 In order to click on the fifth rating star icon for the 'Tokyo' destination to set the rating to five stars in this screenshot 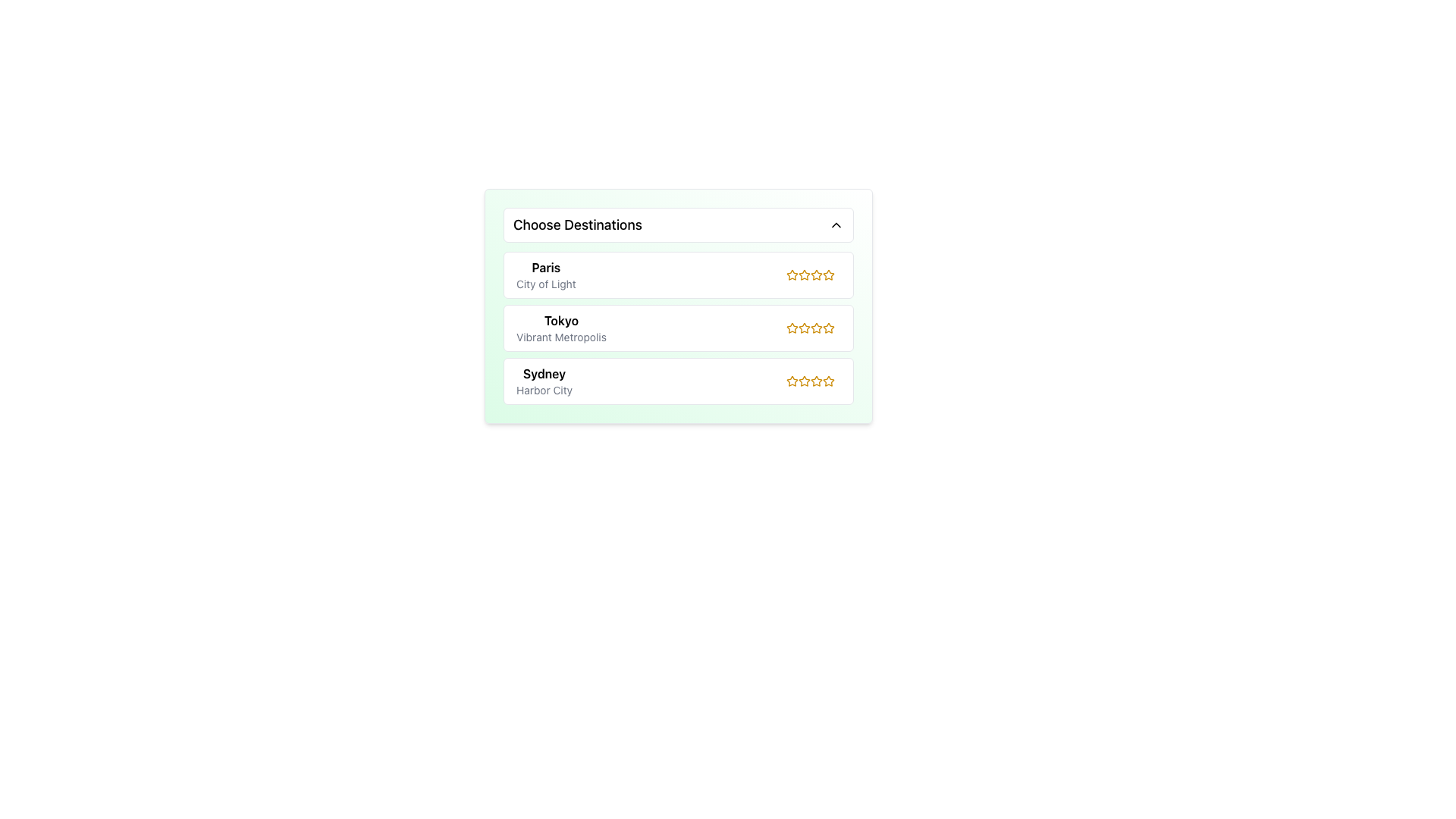, I will do `click(828, 327)`.